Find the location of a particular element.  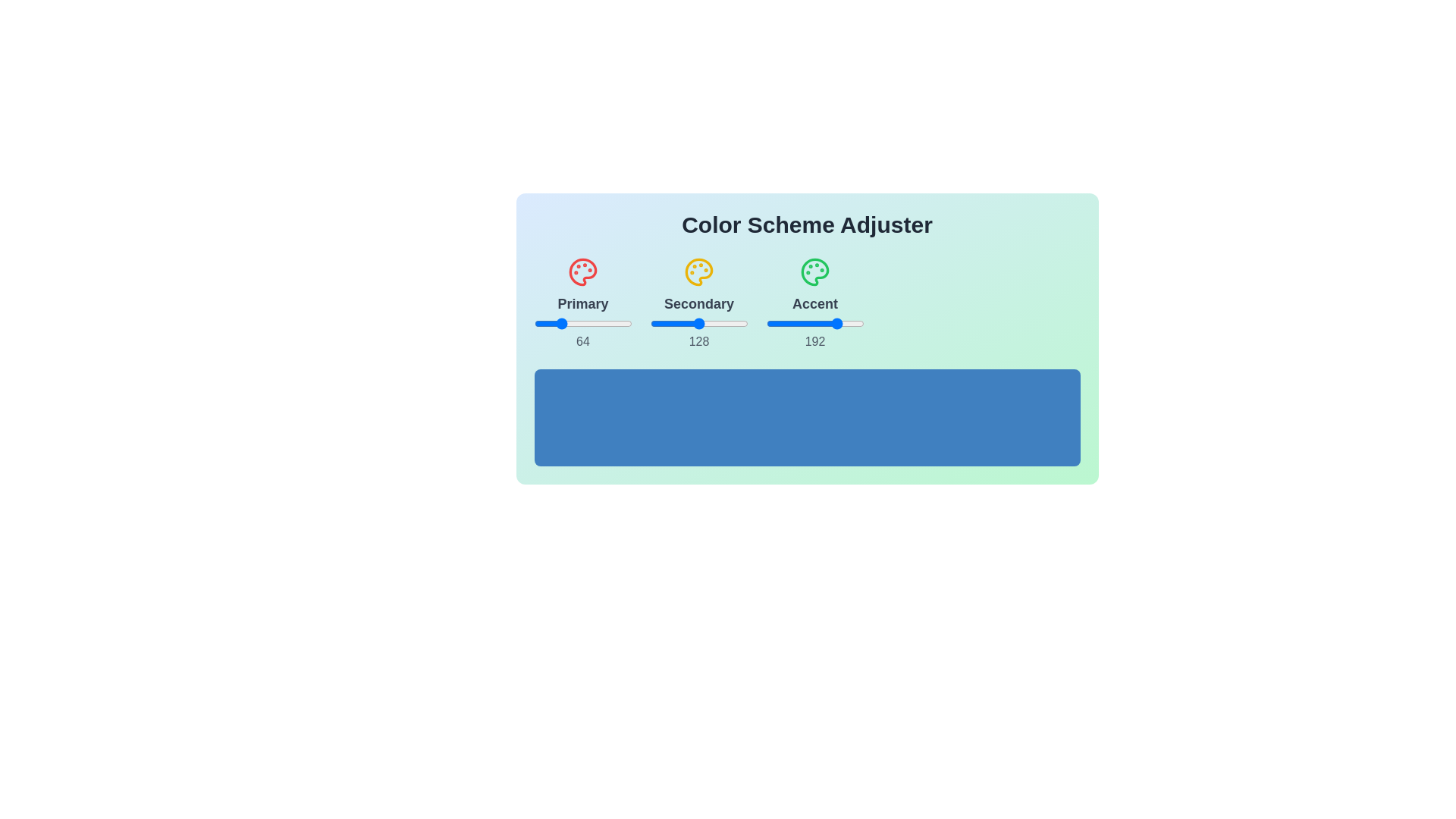

the 0 slider to 158 is located at coordinates (644, 323).